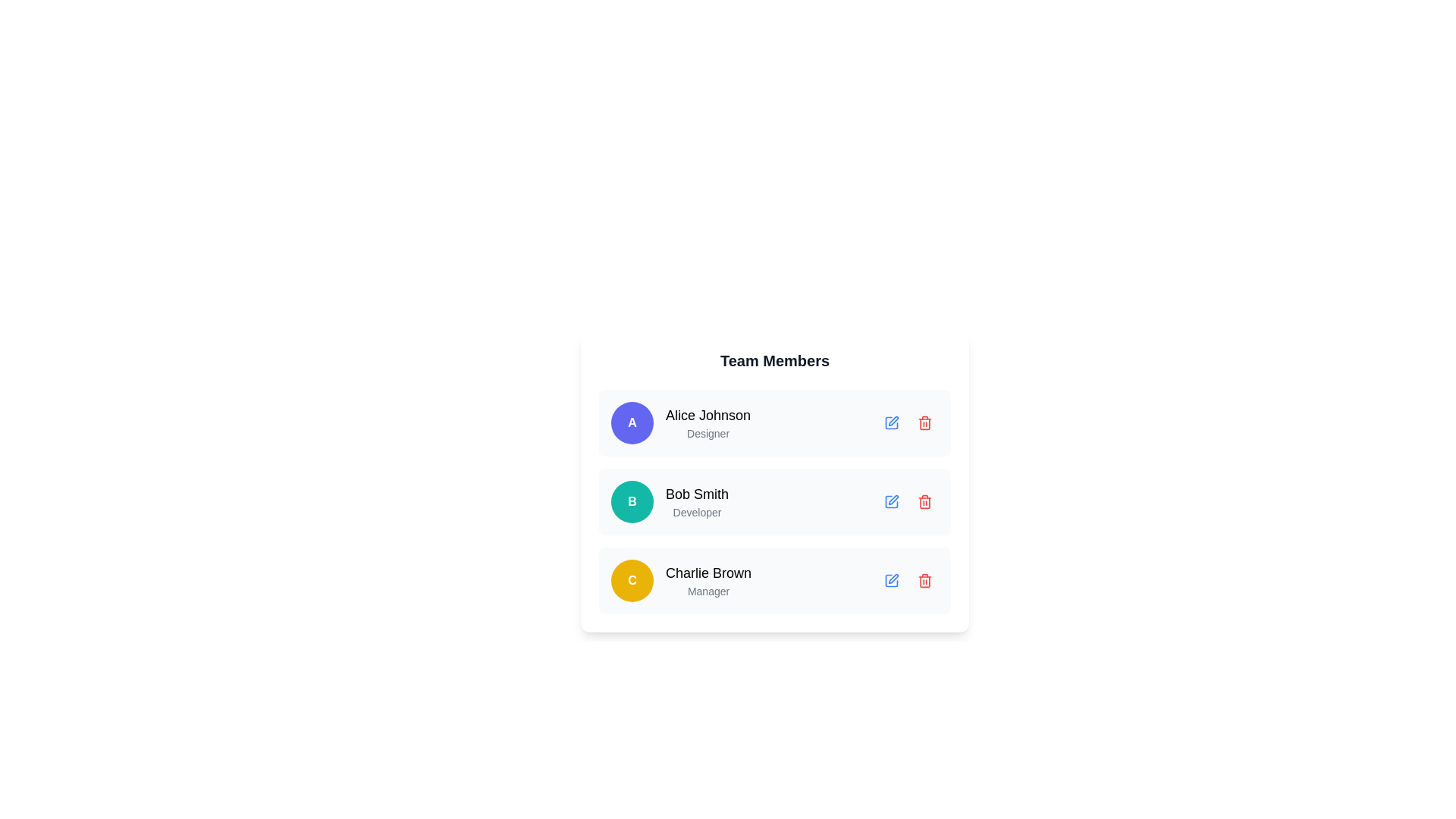 This screenshot has height=819, width=1456. I want to click on the circular badge with a teal background and the letter 'B' centered within it, located to the left of 'Bob Smith' and 'Developer', so click(632, 502).